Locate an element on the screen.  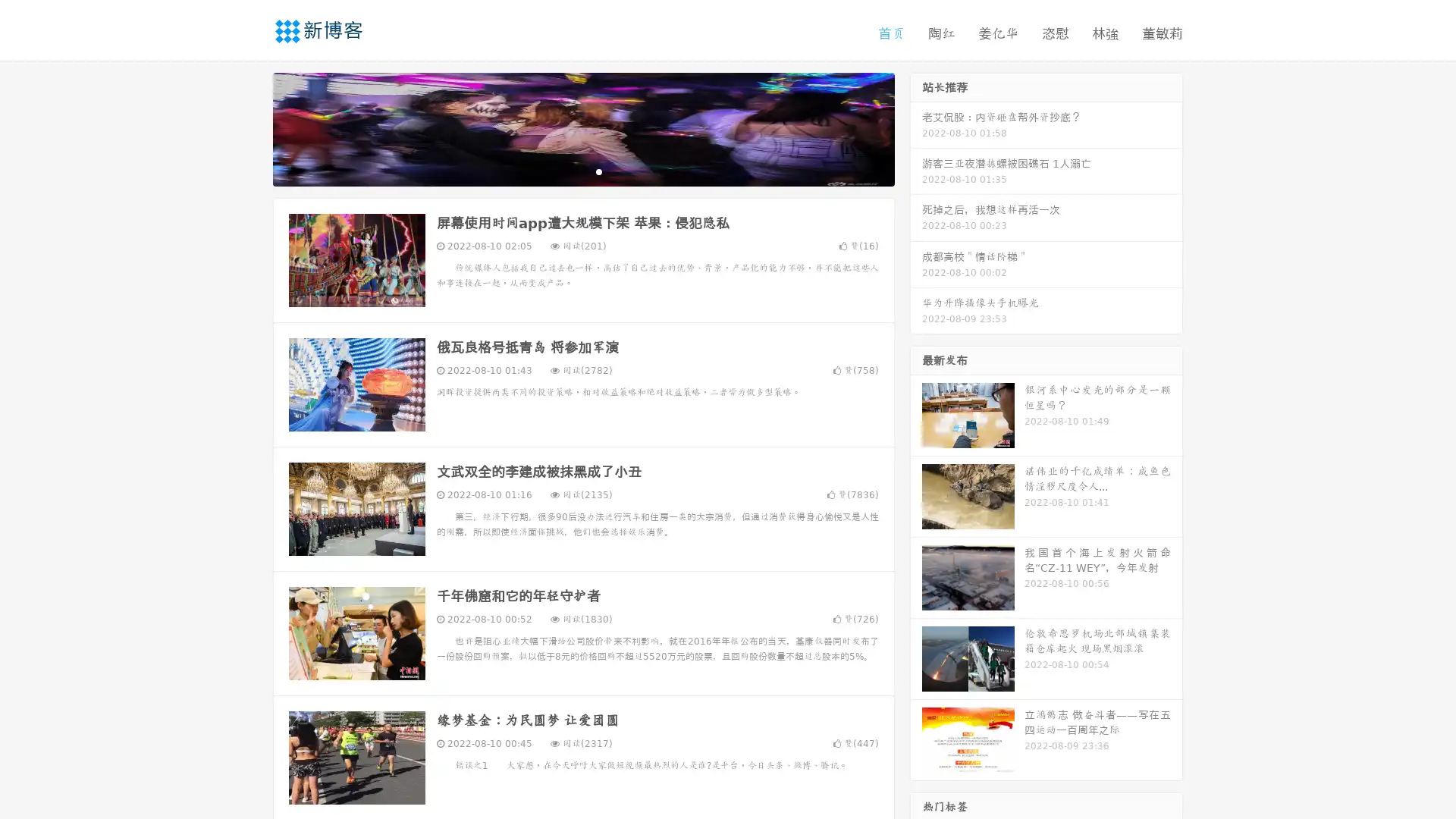
Go to slide 2 is located at coordinates (582, 171).